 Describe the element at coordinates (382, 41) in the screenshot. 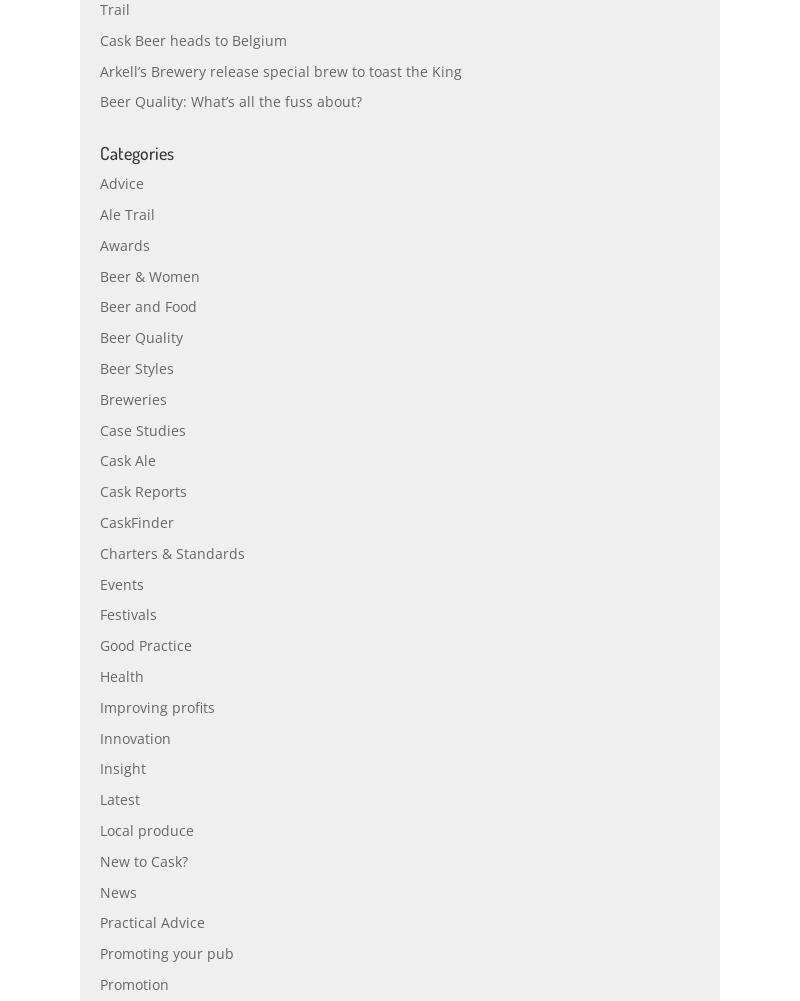

I see `'Arkell’s Brewery Announces the First Couple to Complete their 180th Anniversary Ale Trail'` at that location.